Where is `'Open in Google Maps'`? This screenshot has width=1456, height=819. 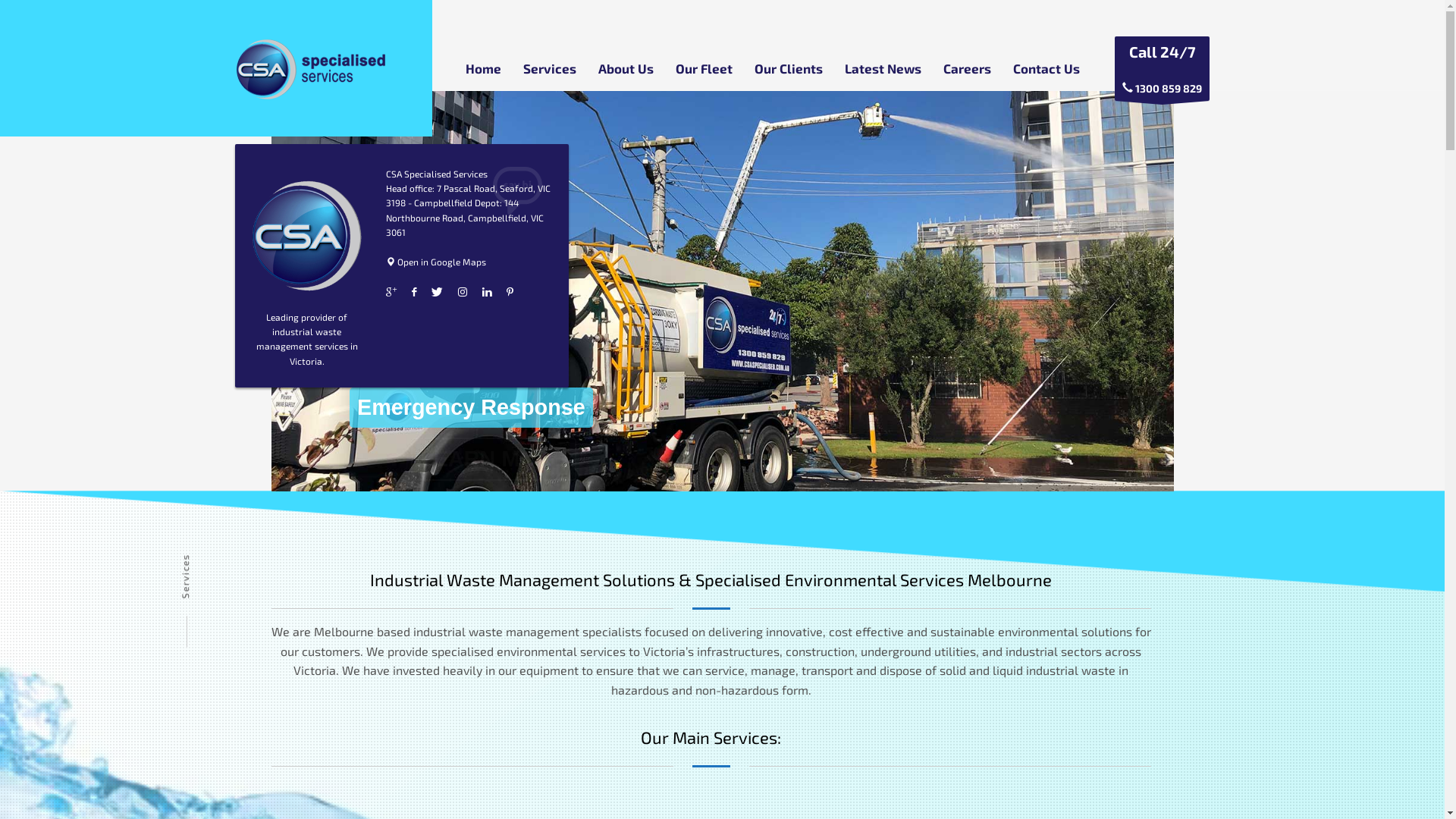 'Open in Google Maps' is located at coordinates (435, 260).